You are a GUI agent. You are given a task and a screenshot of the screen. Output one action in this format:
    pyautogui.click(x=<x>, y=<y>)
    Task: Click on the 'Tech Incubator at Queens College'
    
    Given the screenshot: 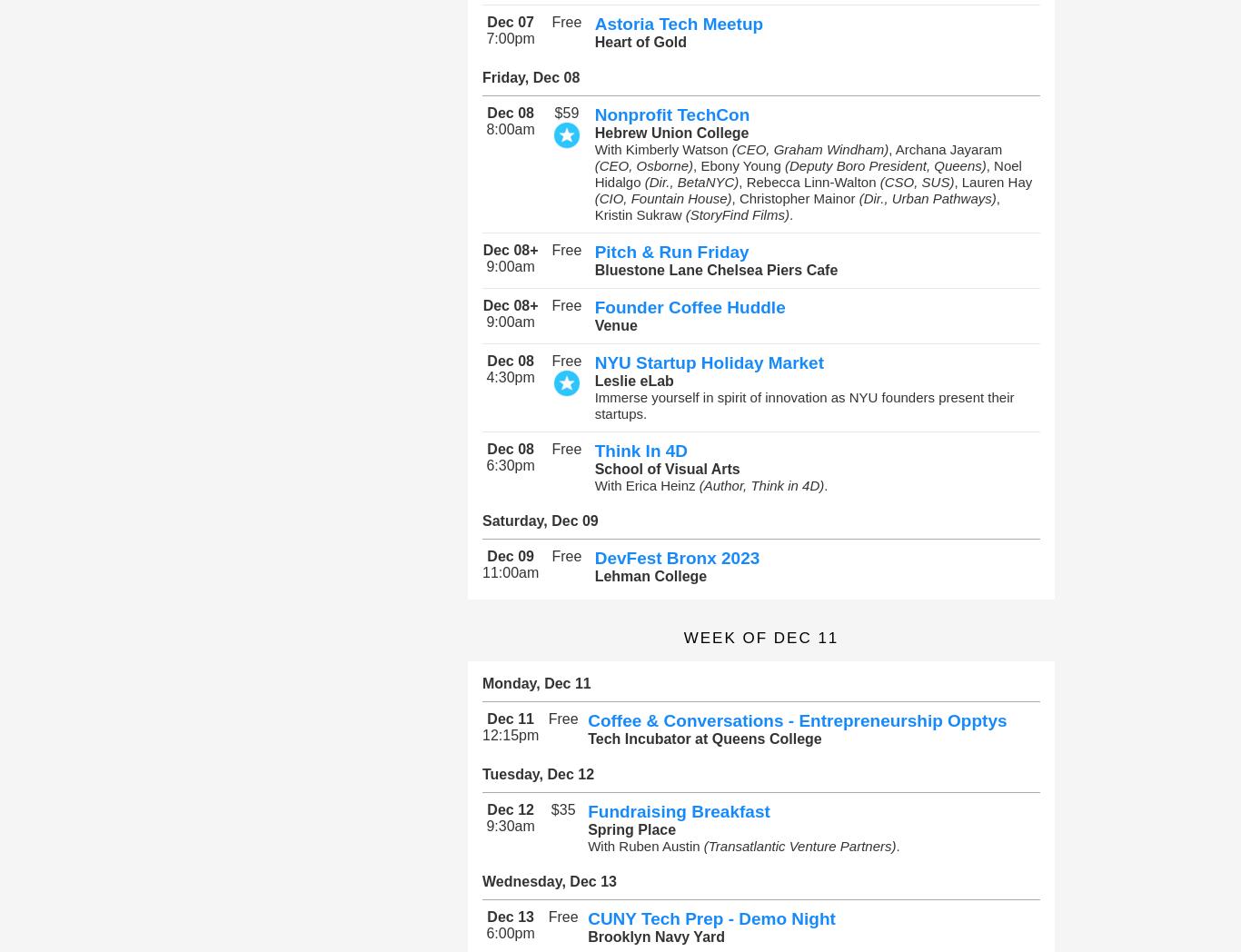 What is the action you would take?
    pyautogui.click(x=586, y=738)
    